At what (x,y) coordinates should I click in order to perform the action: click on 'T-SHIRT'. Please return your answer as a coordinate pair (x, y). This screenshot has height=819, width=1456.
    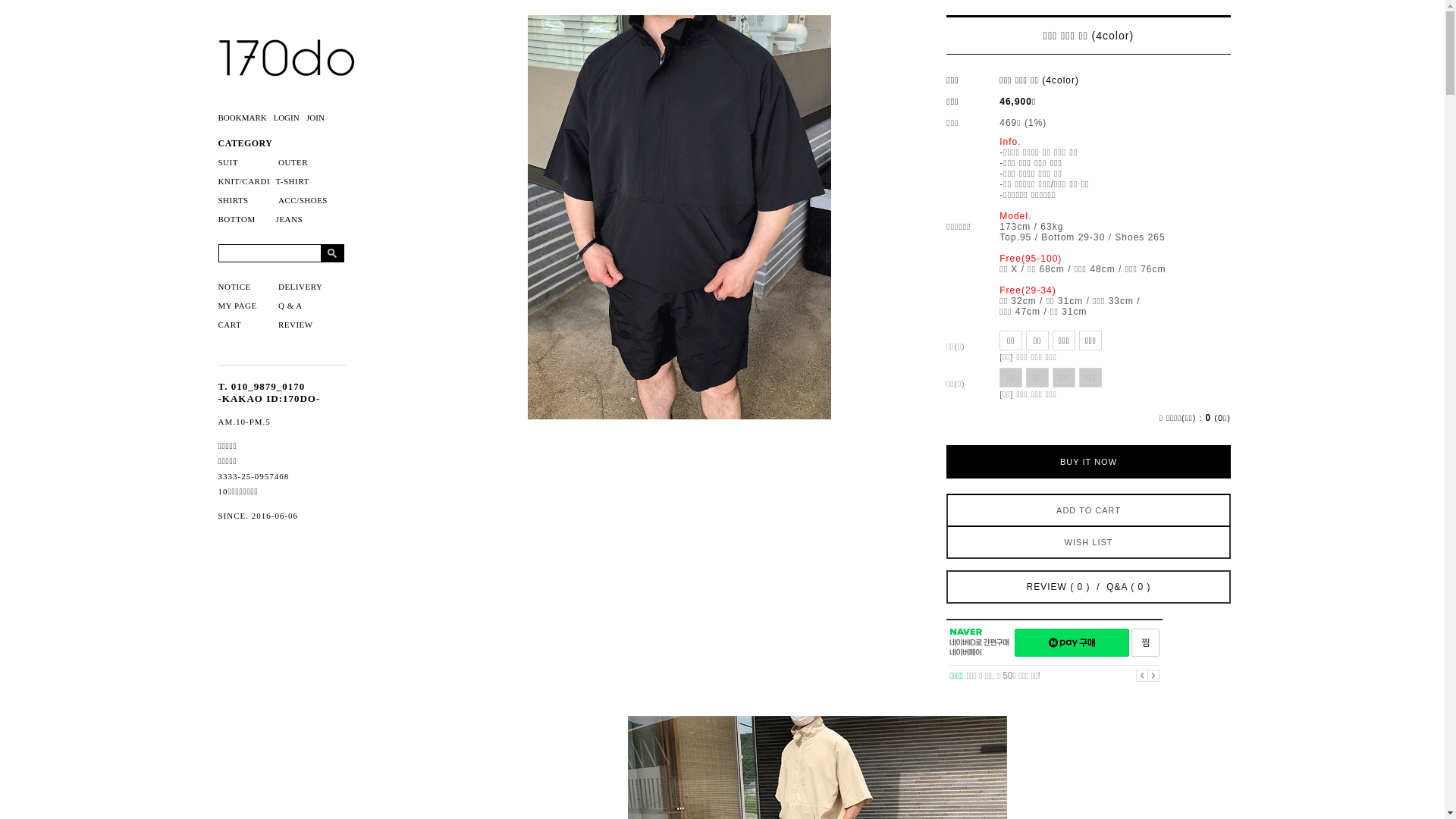
    Looking at the image, I should click on (292, 180).